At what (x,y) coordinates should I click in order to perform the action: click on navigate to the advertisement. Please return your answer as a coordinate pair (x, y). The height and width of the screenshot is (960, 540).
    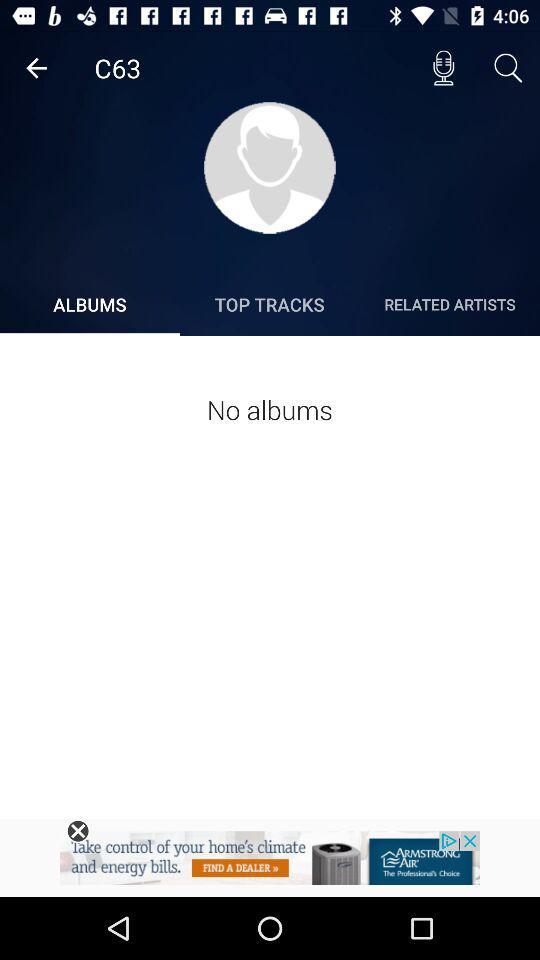
    Looking at the image, I should click on (270, 863).